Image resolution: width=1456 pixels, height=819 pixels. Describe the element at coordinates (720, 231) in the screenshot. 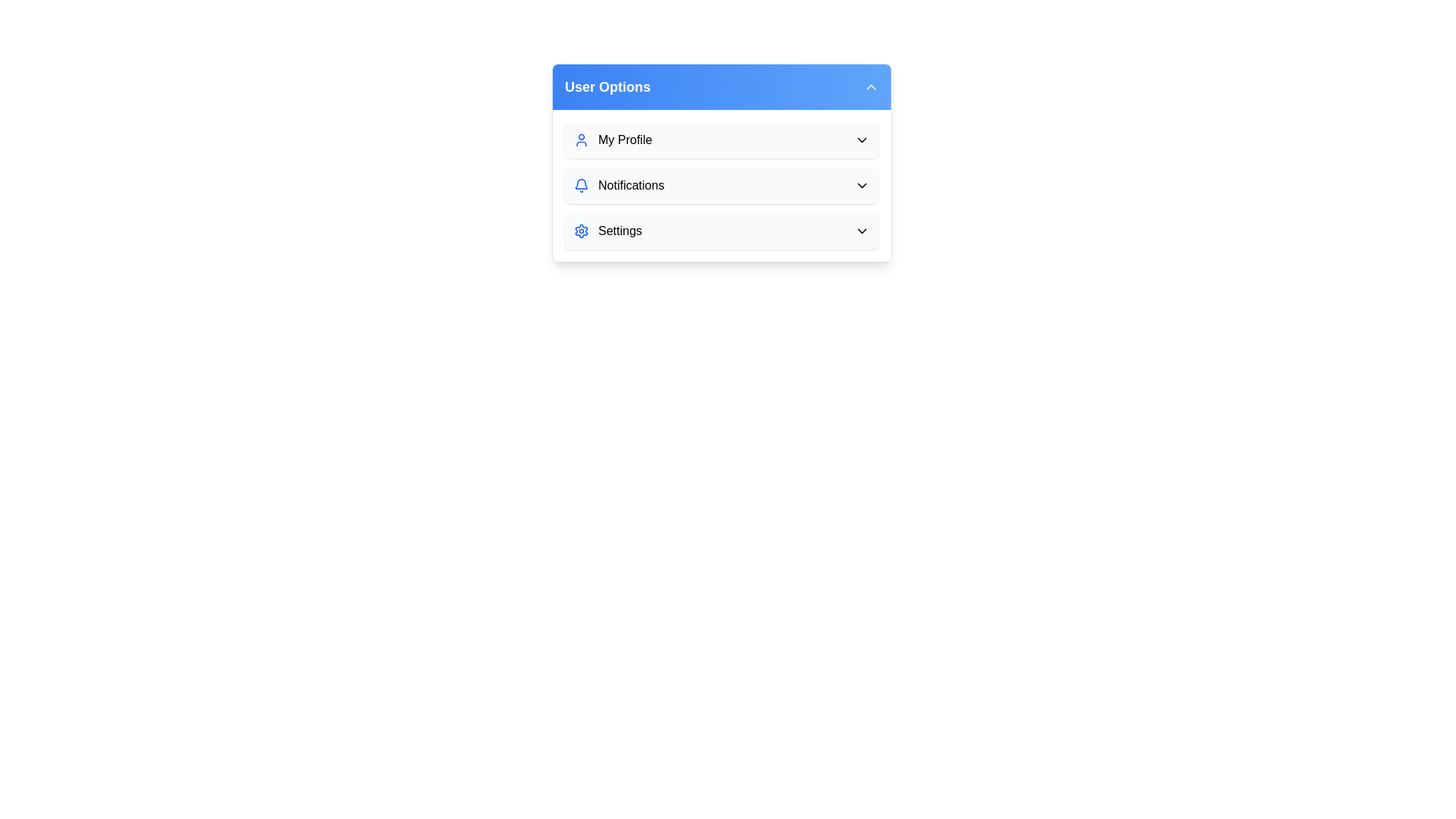

I see `the third row item in the 'User Options' dropdown menu` at that location.